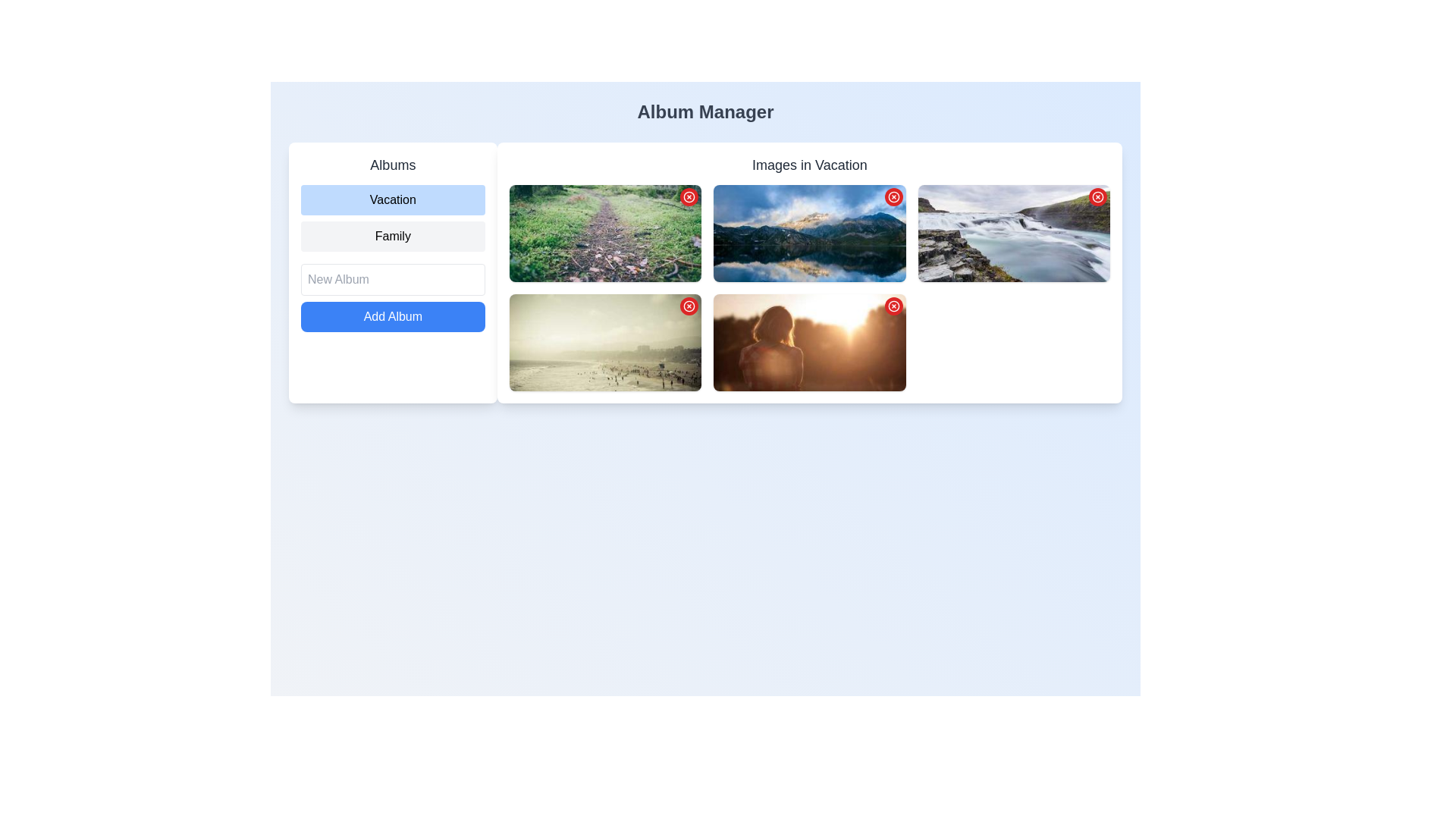 The image size is (1456, 819). What do you see at coordinates (393, 218) in the screenshot?
I see `the 'Vacation' section of the grouped selectable items located under the 'Albums' heading in the left-side panel` at bounding box center [393, 218].